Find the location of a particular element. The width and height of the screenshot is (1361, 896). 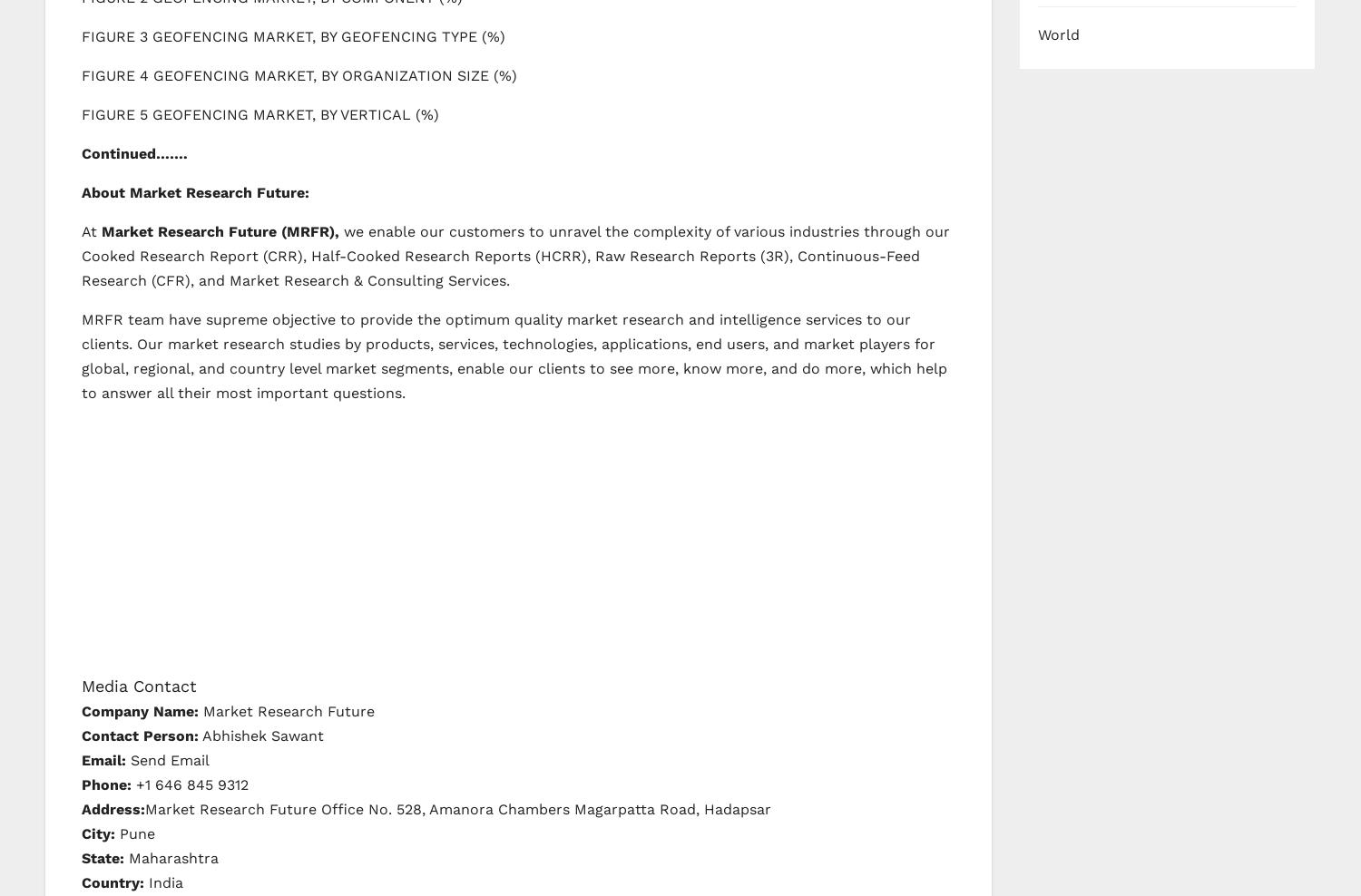

'Email:' is located at coordinates (103, 759).